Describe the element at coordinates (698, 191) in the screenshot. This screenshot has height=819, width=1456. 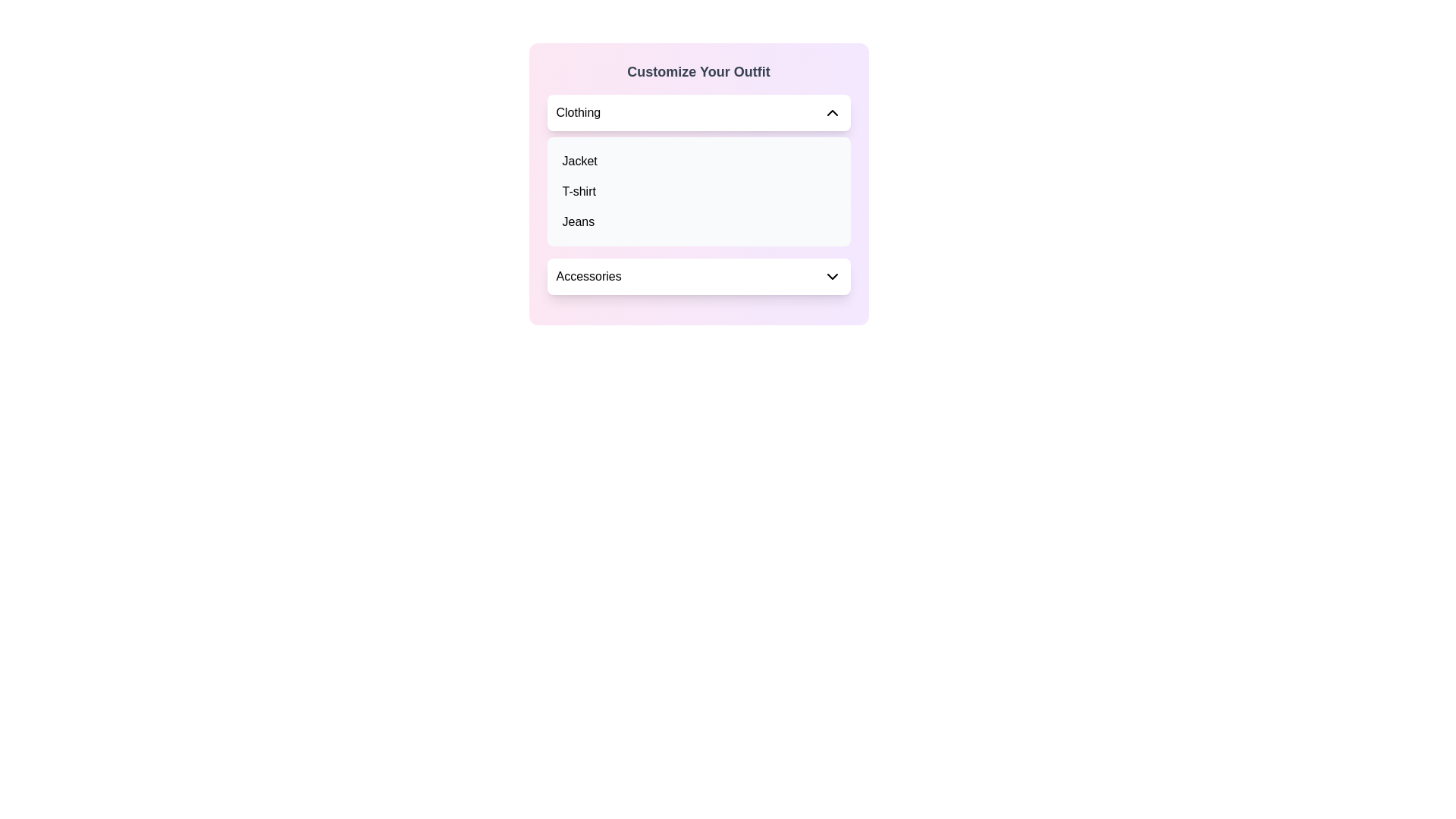
I see `the items listed in the List box containing 'Jacket', 'T-shirt', and 'Jeans', which has a soft gray background and rounded corners` at that location.